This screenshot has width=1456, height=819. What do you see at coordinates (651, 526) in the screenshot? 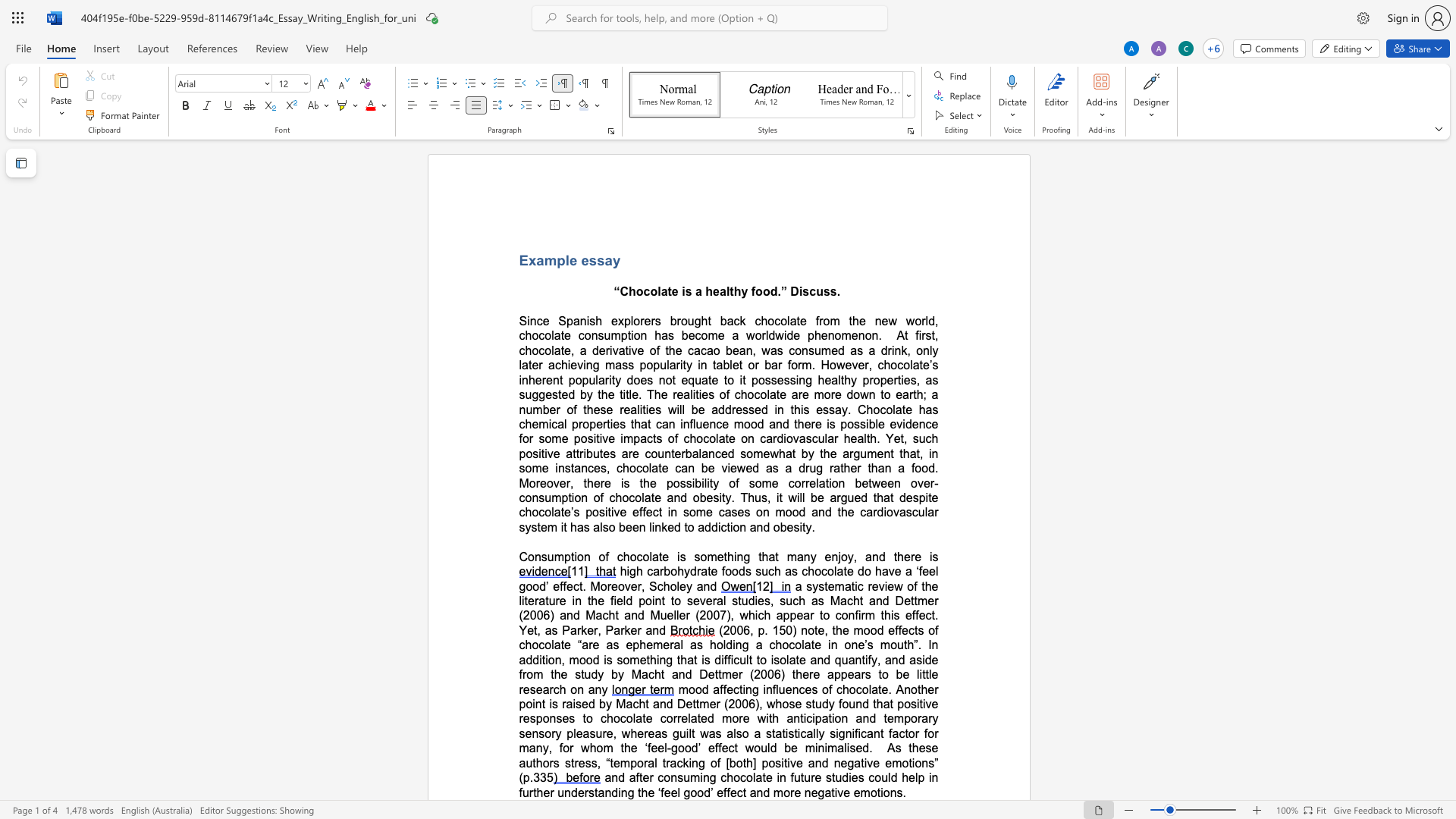
I see `the space between the continuous character "l" and "i" in the text` at bounding box center [651, 526].